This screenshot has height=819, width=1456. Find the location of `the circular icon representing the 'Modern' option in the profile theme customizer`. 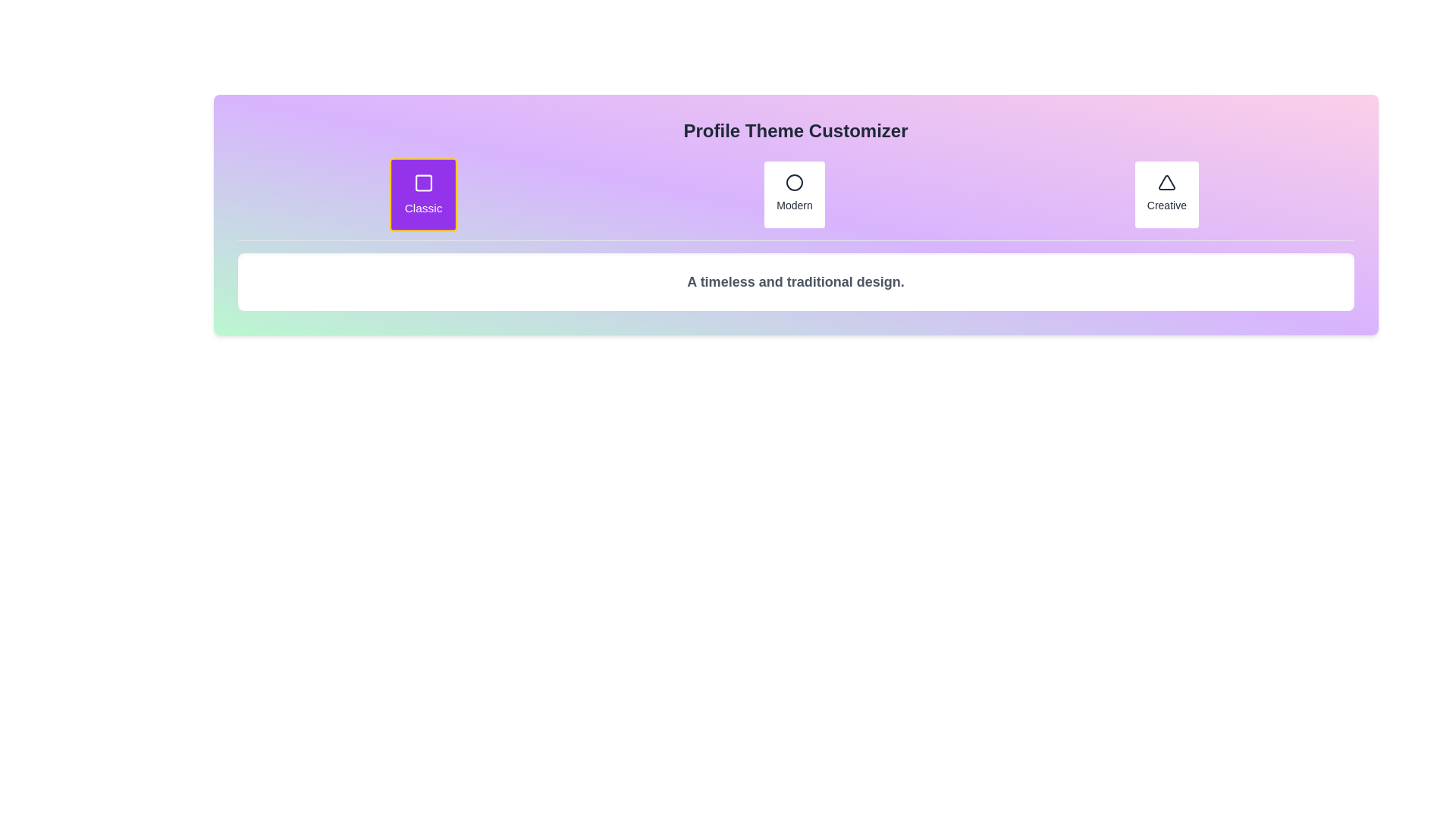

the circular icon representing the 'Modern' option in the profile theme customizer is located at coordinates (793, 181).